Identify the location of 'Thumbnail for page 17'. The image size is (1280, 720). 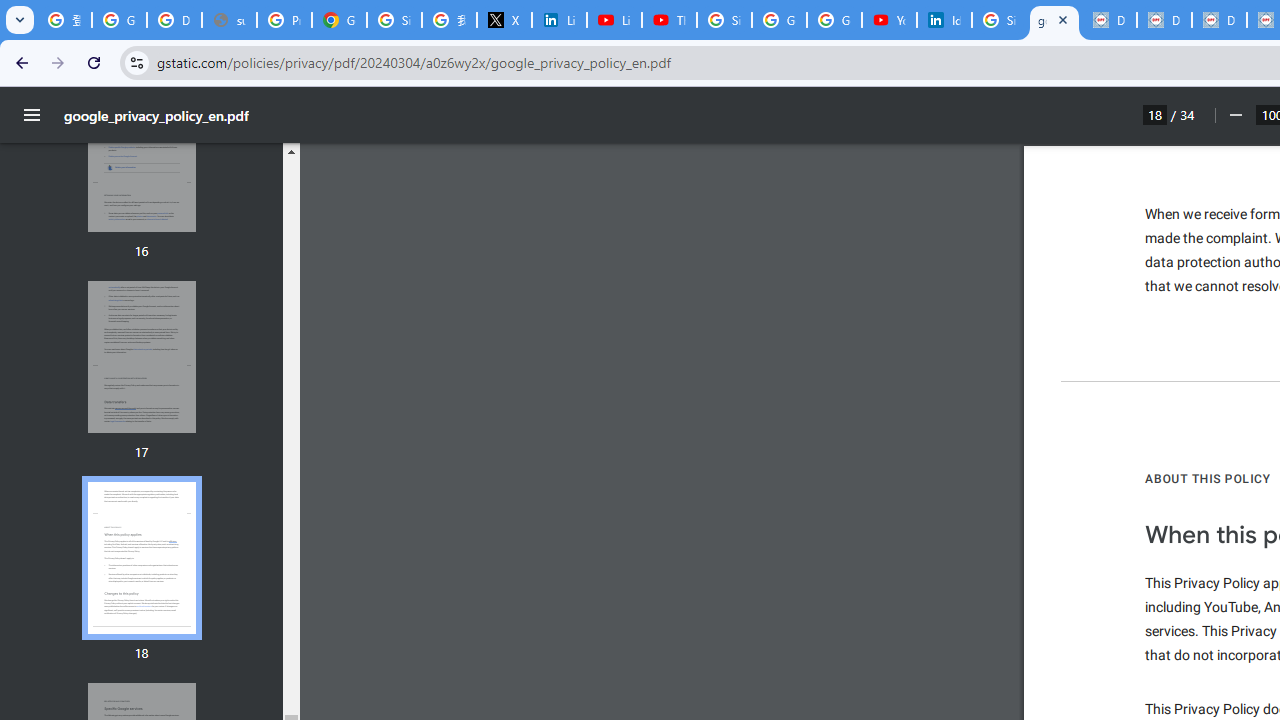
(140, 356).